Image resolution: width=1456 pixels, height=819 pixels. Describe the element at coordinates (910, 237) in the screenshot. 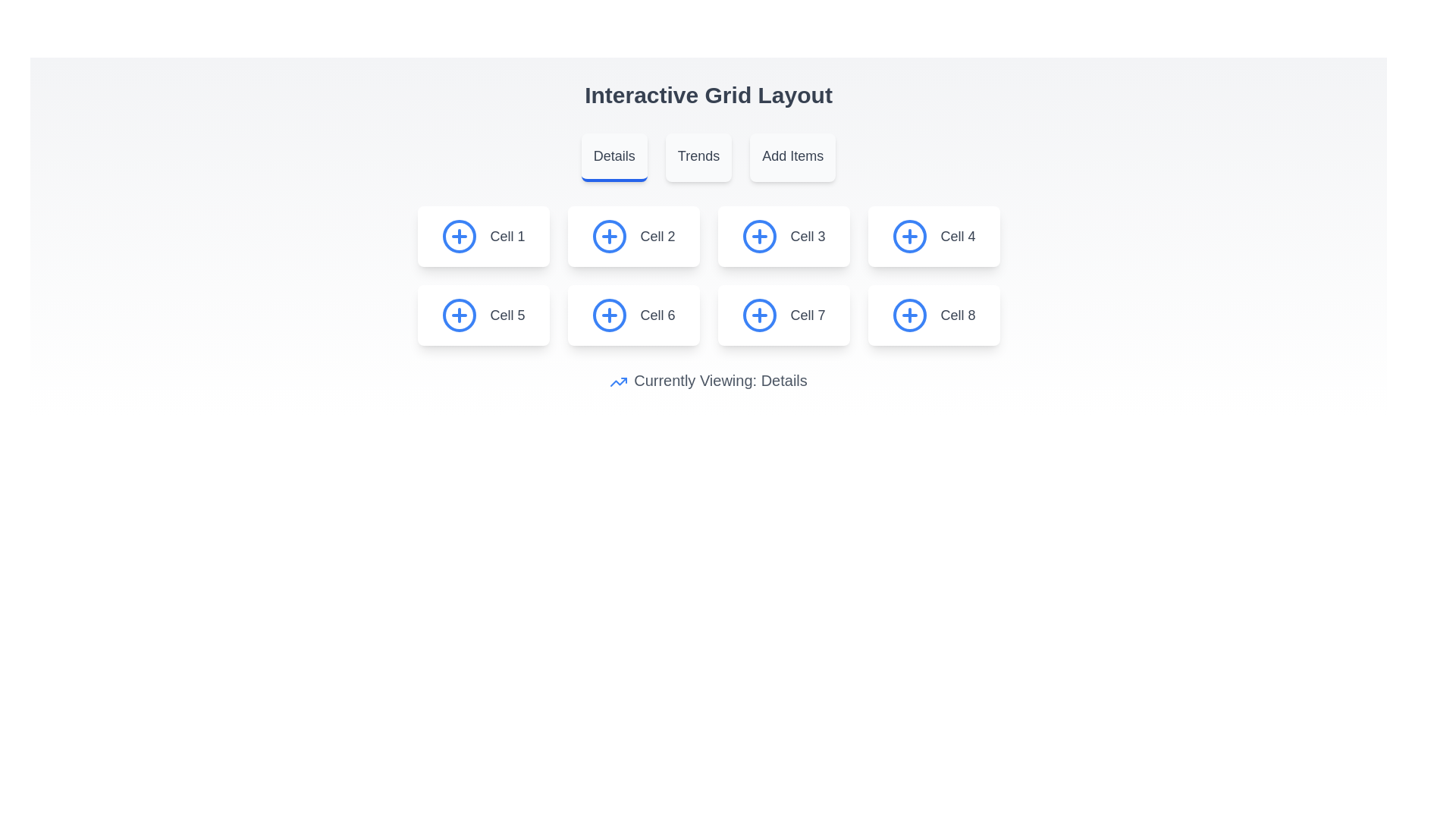

I see `the circular button with a blue outline and a plus symbol in the center, located in the top-right cell of the grid labeled 'Cell 4'` at that location.